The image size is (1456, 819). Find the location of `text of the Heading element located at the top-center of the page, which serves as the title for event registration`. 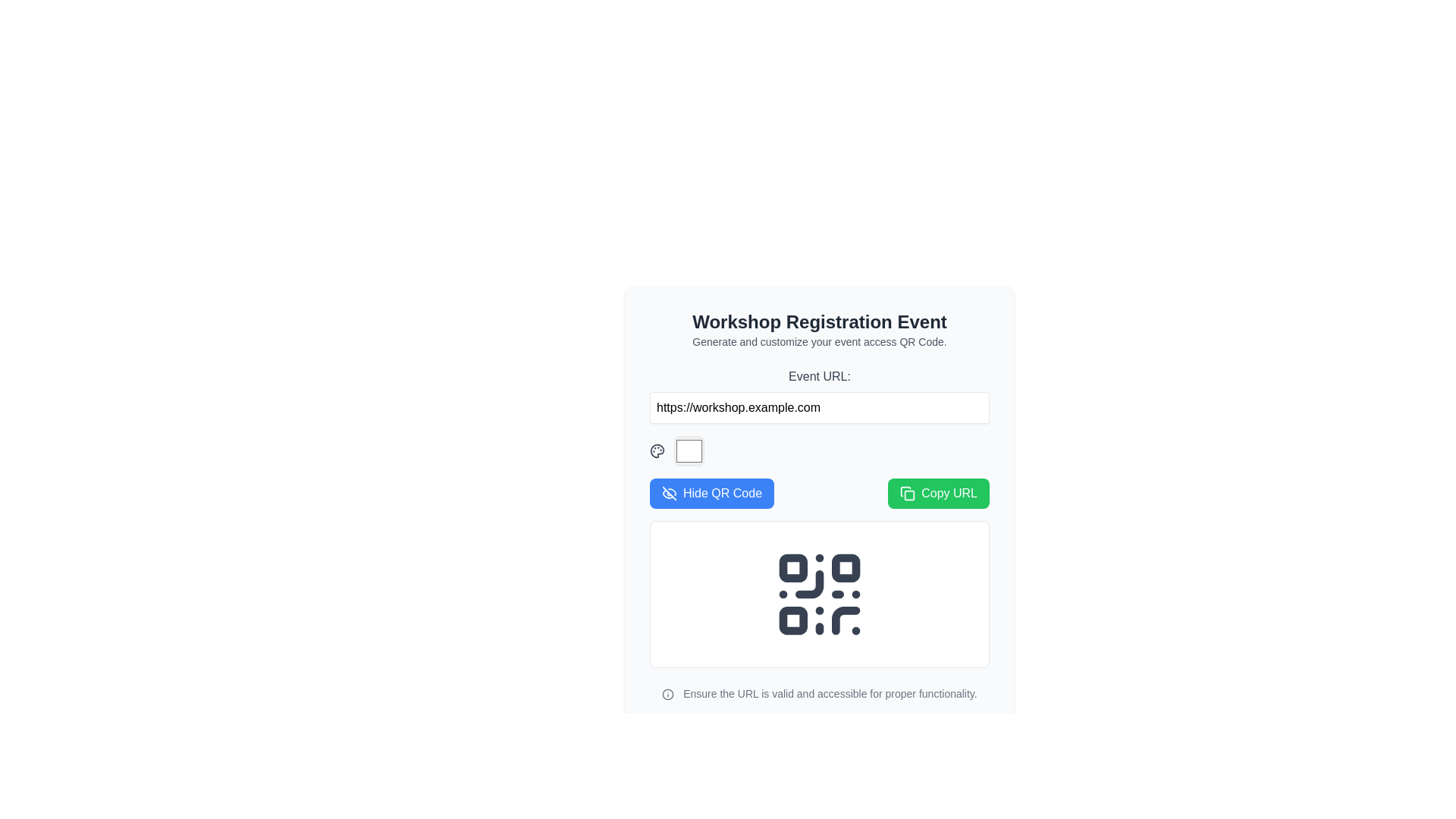

text of the Heading element located at the top-center of the page, which serves as the title for event registration is located at coordinates (818, 321).